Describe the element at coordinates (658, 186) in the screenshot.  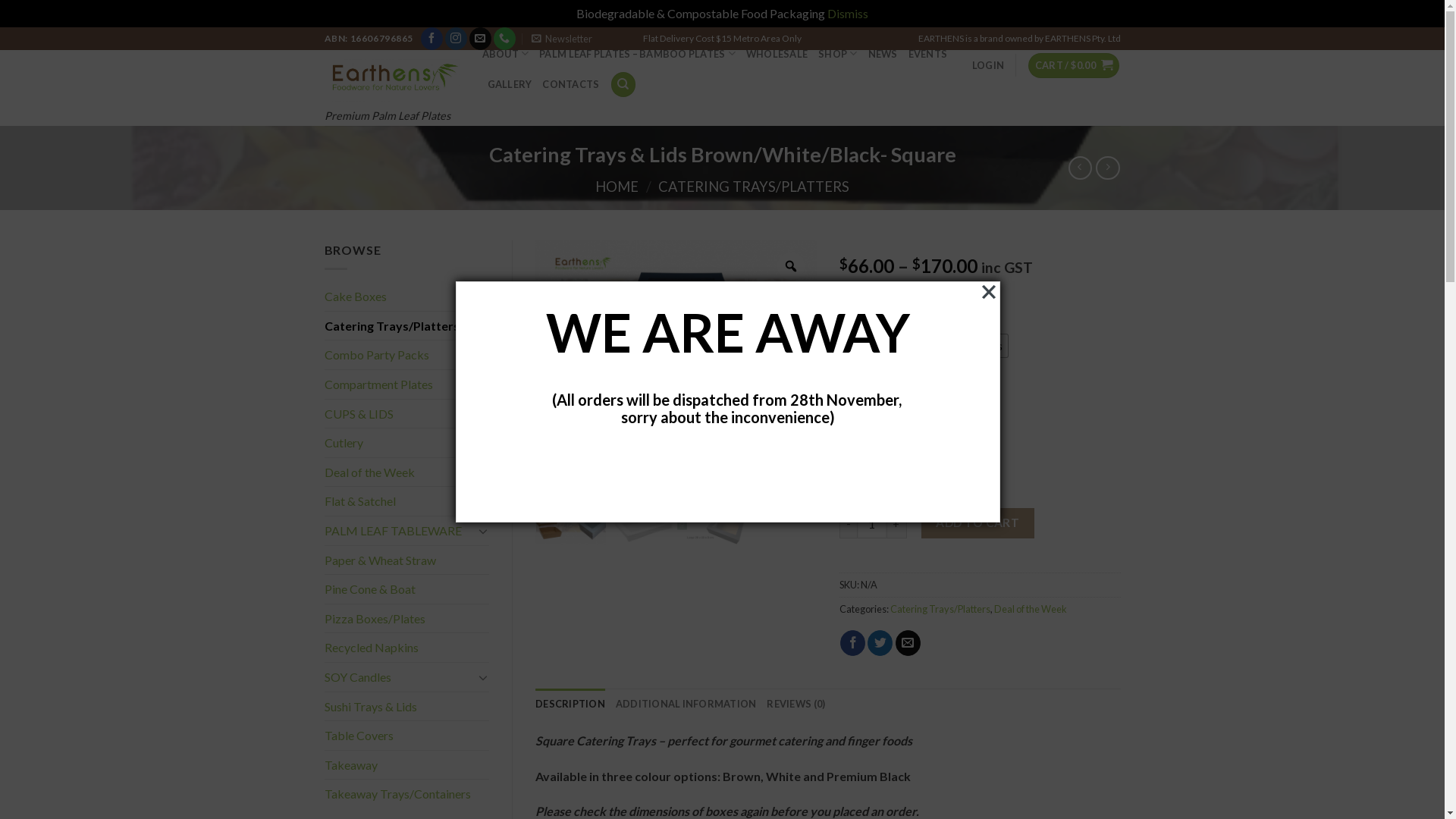
I see `'CATERING TRAYS/PLATTERS'` at that location.